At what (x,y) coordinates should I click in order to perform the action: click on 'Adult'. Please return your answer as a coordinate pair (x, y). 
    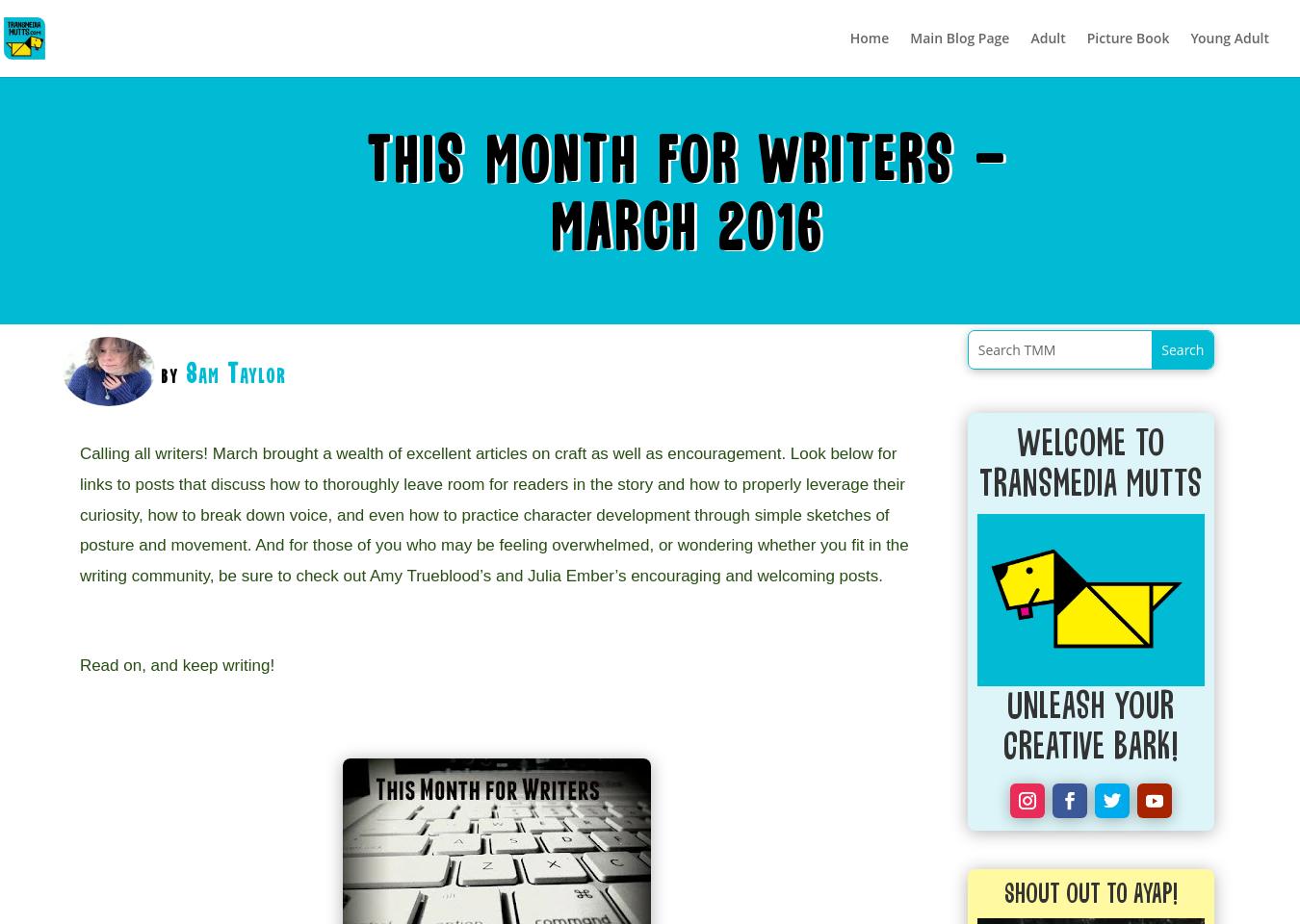
    Looking at the image, I should click on (1047, 37).